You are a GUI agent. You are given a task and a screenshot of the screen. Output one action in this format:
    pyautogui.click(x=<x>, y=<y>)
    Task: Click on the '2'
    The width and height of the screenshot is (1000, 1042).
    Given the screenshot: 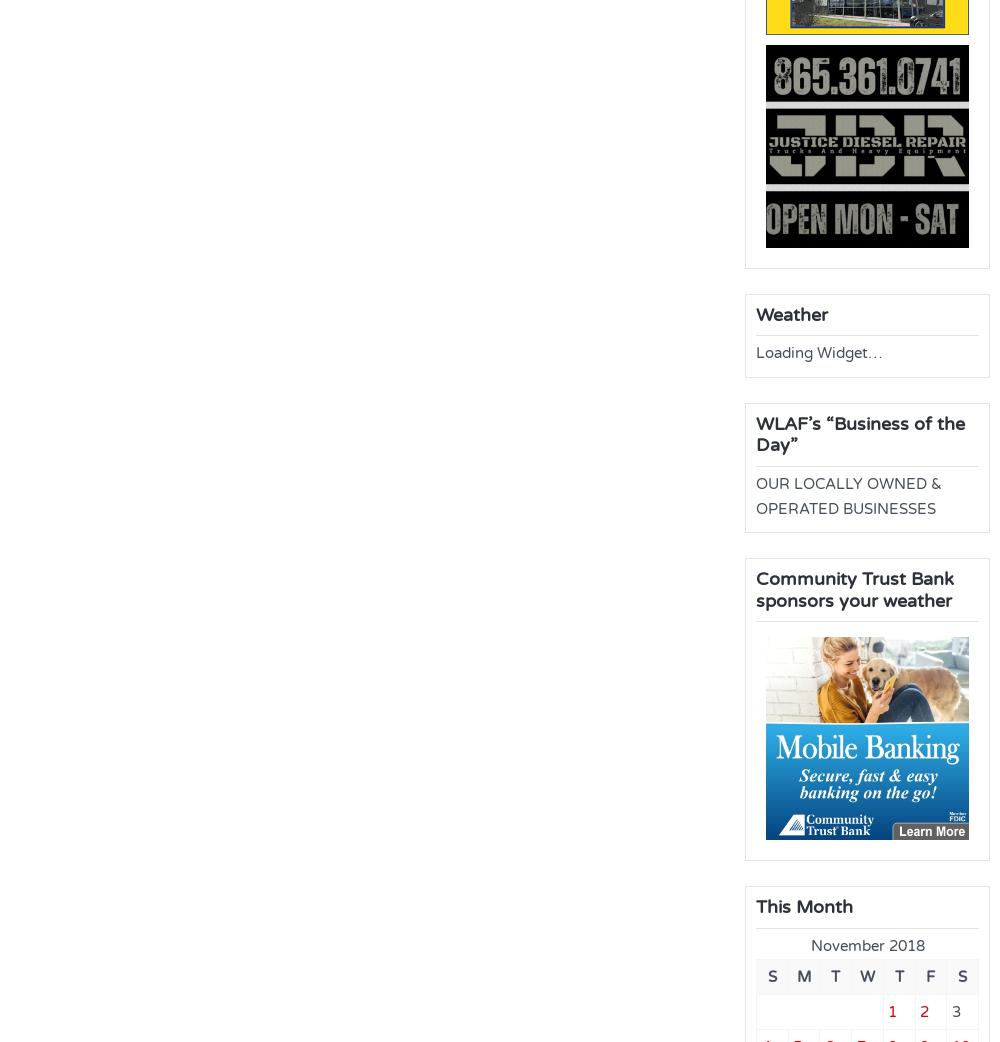 What is the action you would take?
    pyautogui.click(x=924, y=1010)
    